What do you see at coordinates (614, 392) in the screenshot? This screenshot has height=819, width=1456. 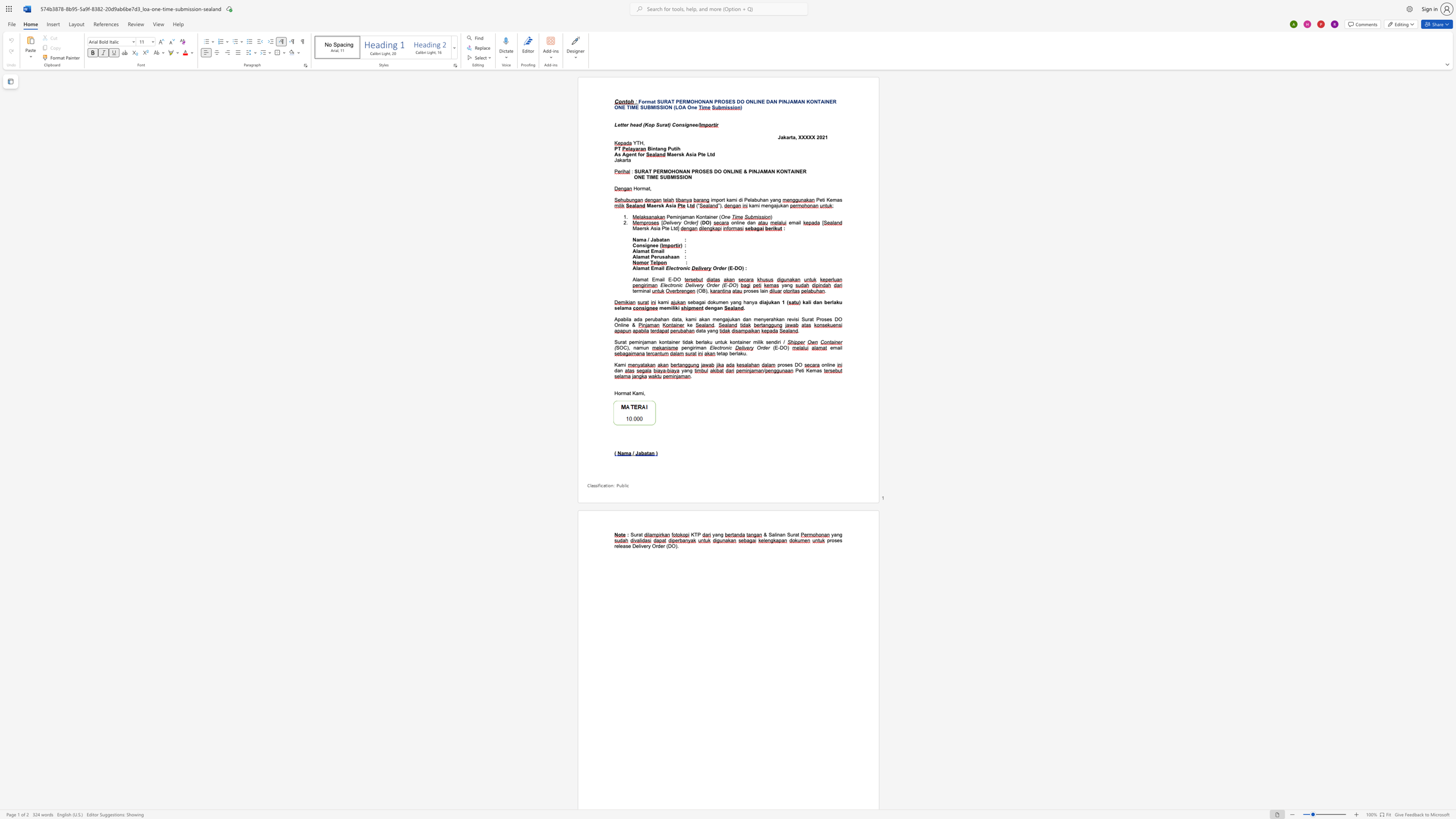 I see `the subset text "Horm" within the text "Hormat Kami,"` at bounding box center [614, 392].